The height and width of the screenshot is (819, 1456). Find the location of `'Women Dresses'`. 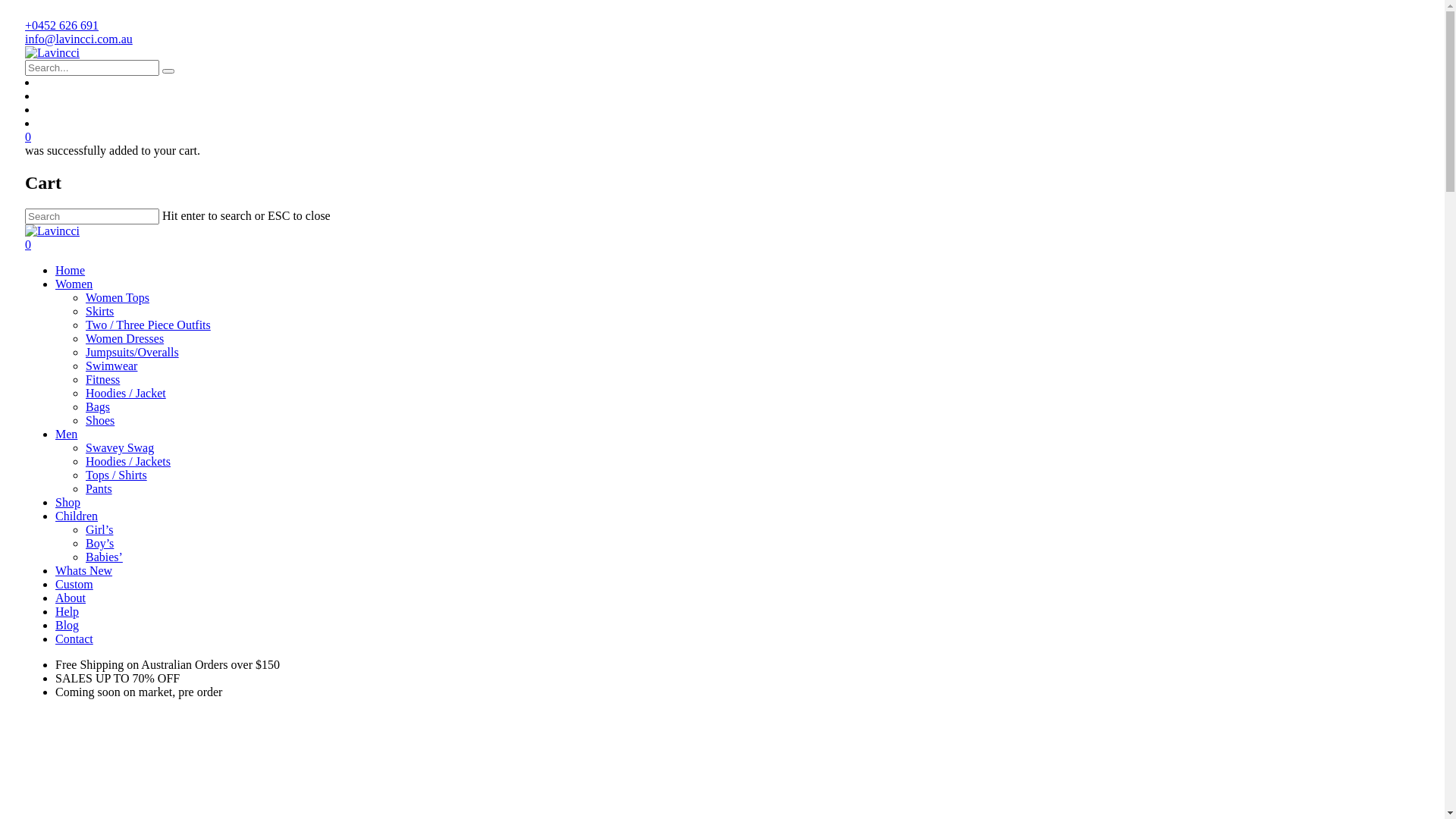

'Women Dresses' is located at coordinates (124, 337).